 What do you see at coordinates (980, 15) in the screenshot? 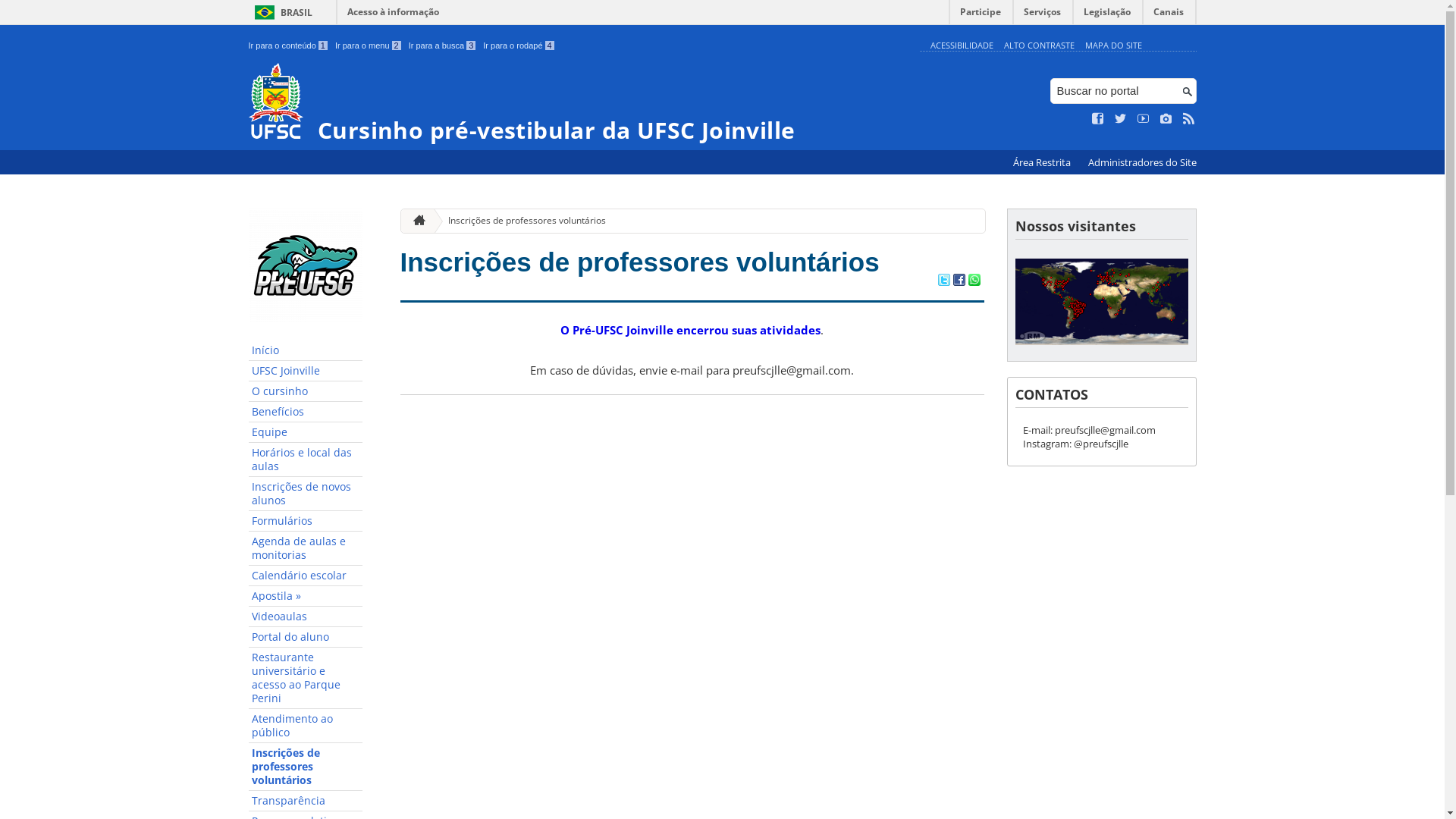
I see `'Participe'` at bounding box center [980, 15].